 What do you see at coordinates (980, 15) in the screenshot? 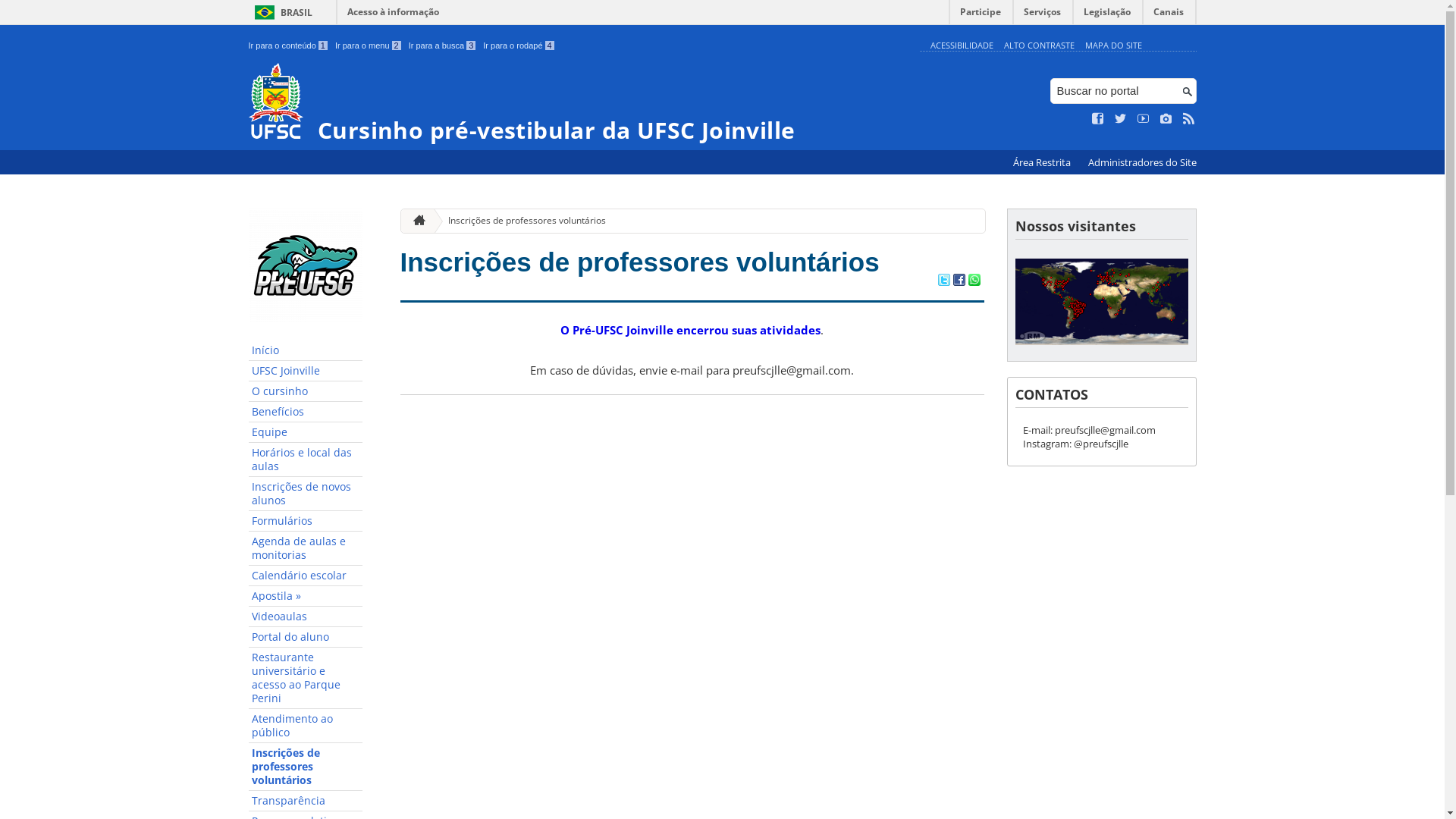
I see `'Participe'` at bounding box center [980, 15].